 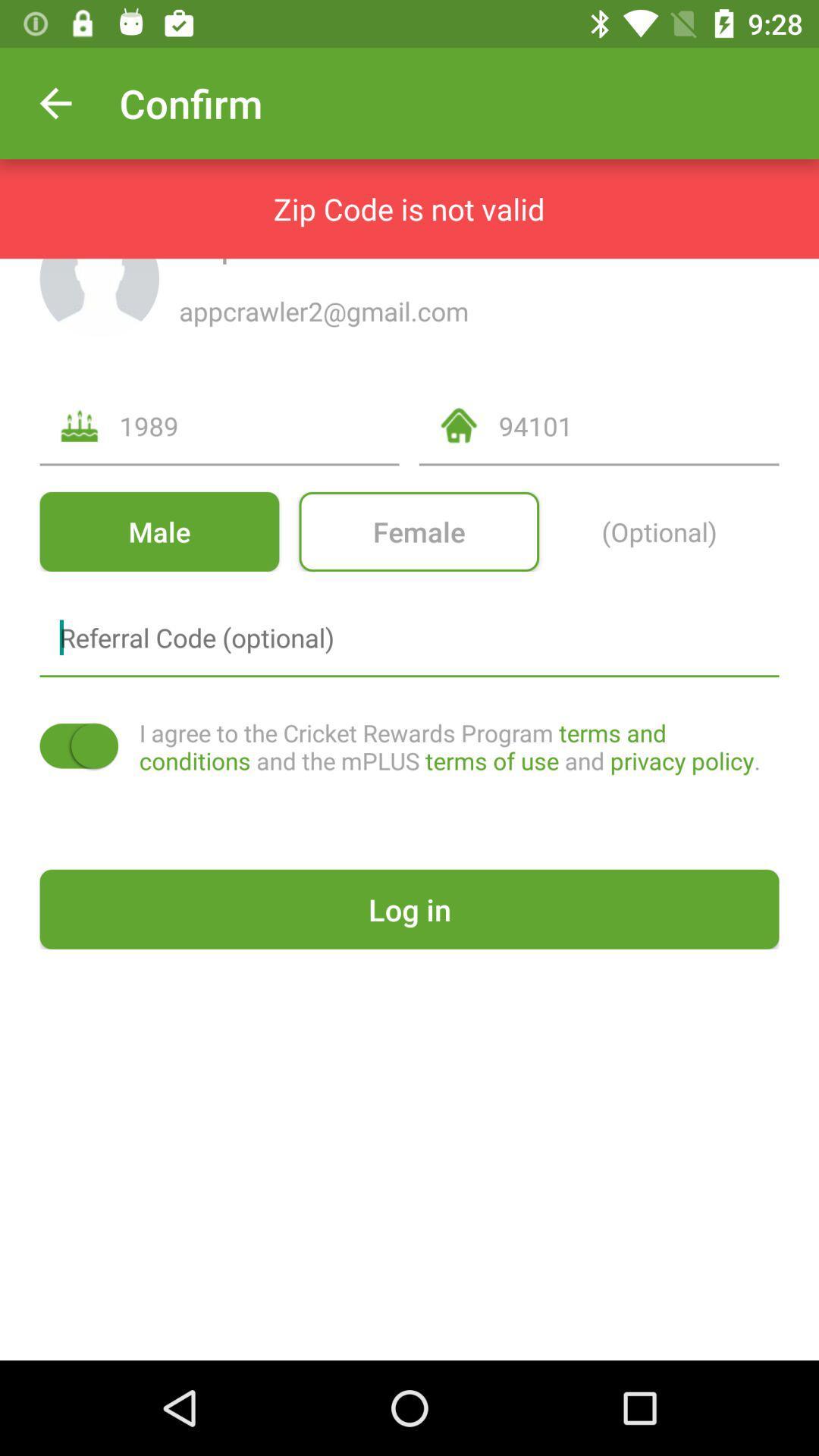 What do you see at coordinates (259, 425) in the screenshot?
I see `1989` at bounding box center [259, 425].